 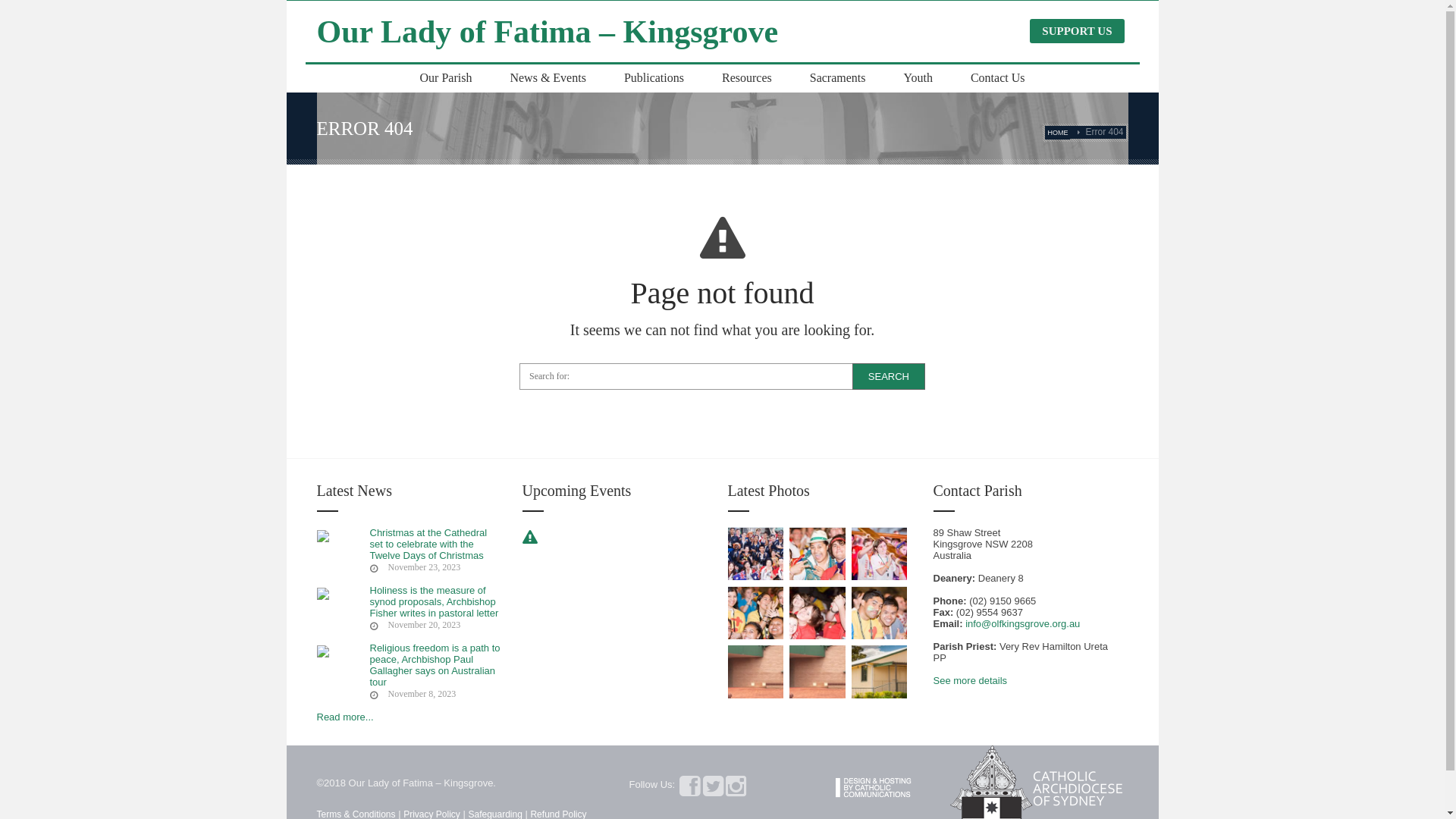 I want to click on 'info@olfkingsgrove.org.au', so click(x=1022, y=623).